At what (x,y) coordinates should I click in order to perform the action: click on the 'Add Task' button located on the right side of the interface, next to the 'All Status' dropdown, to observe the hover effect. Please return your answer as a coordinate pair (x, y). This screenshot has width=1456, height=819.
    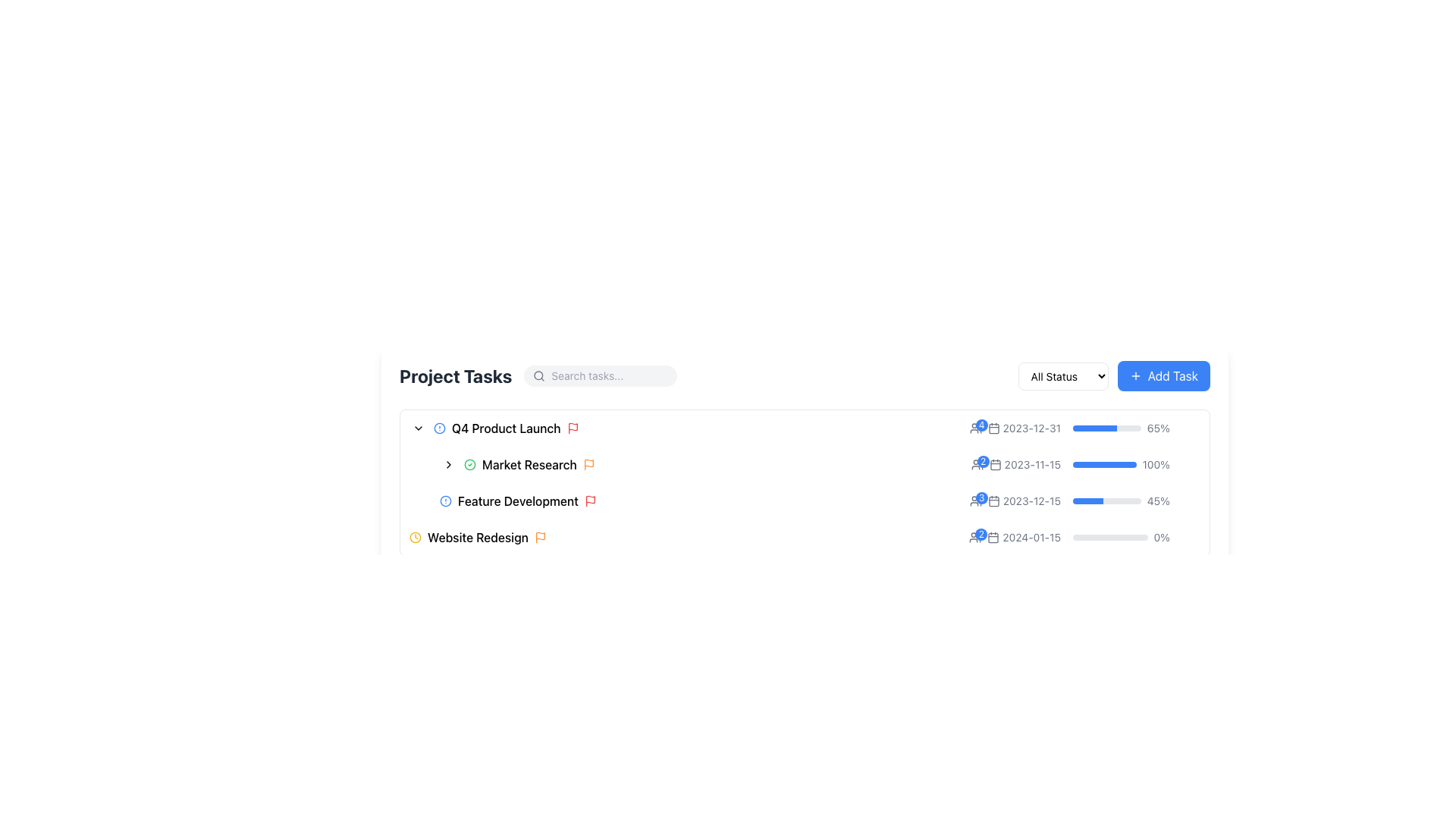
    Looking at the image, I should click on (1163, 375).